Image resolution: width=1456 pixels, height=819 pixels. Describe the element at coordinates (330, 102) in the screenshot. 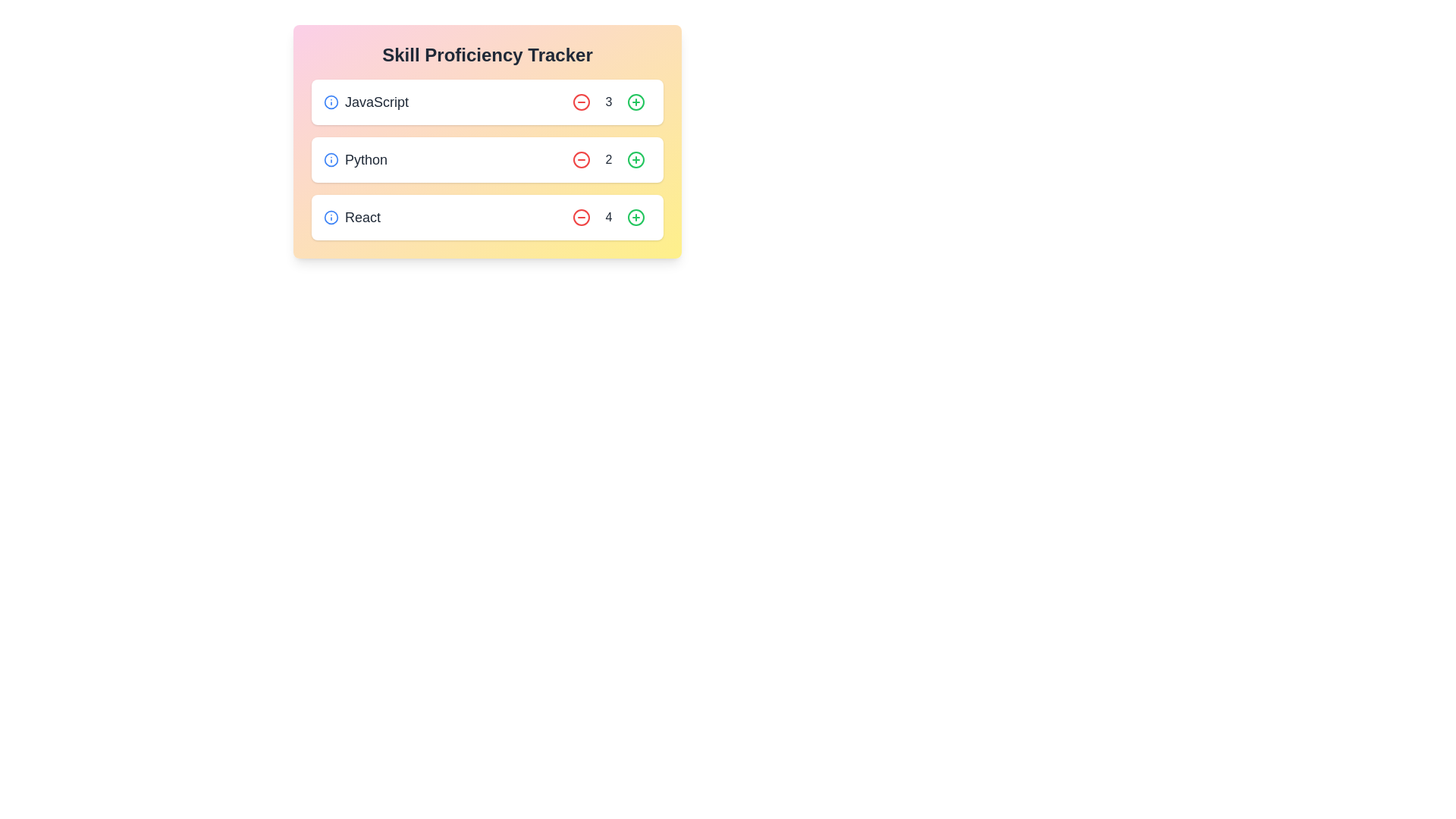

I see `the information icon for the skill JavaScript` at that location.